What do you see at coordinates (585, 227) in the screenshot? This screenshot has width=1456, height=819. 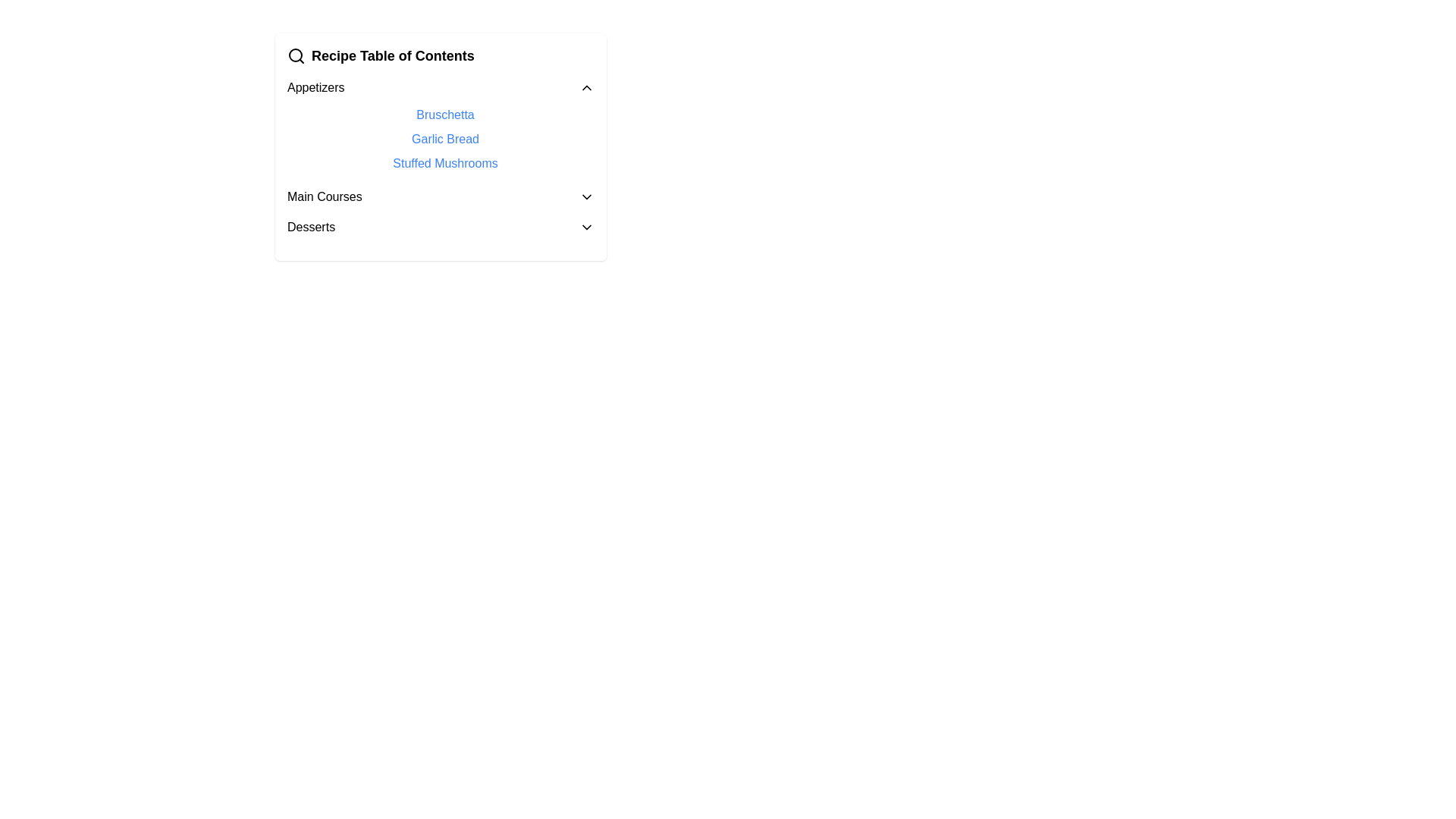 I see `the small black arrow-shaped icon resembling a downward chevron located to the right of the text 'Desserts'` at bounding box center [585, 227].